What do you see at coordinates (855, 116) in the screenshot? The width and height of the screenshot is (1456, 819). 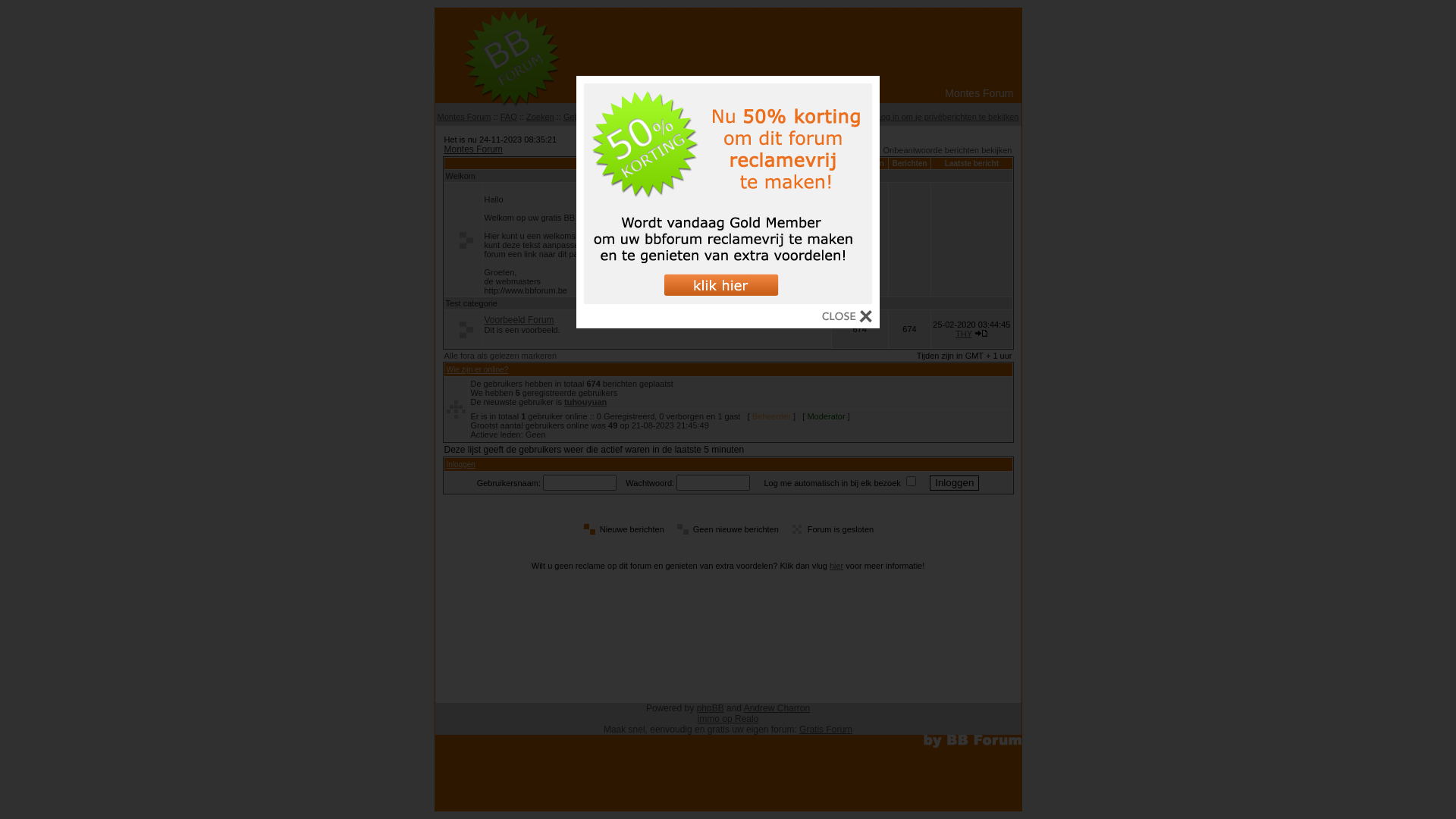 I see `'Profiel'` at bounding box center [855, 116].